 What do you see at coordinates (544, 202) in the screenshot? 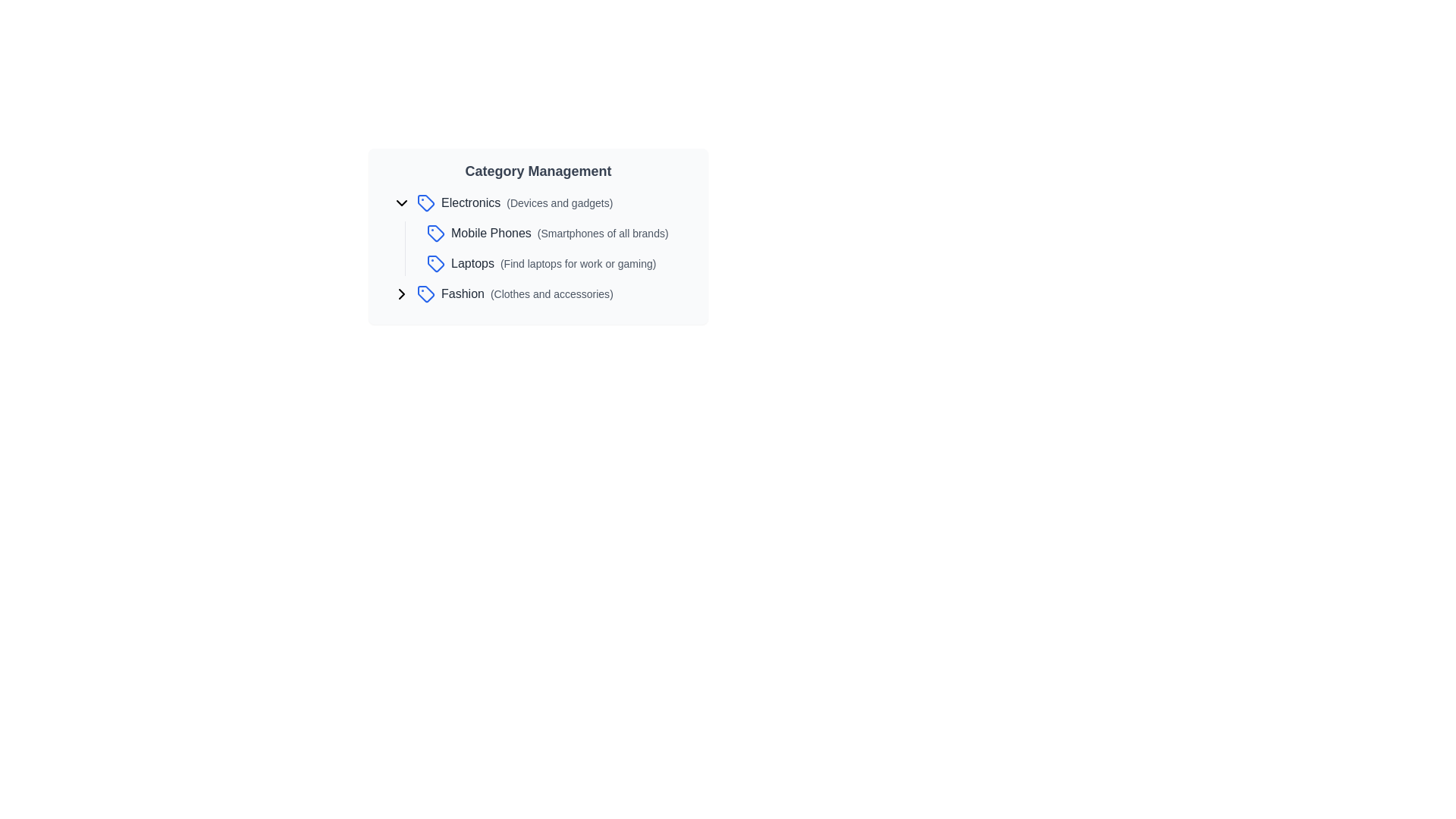
I see `the 'Electronics' label in bold` at bounding box center [544, 202].